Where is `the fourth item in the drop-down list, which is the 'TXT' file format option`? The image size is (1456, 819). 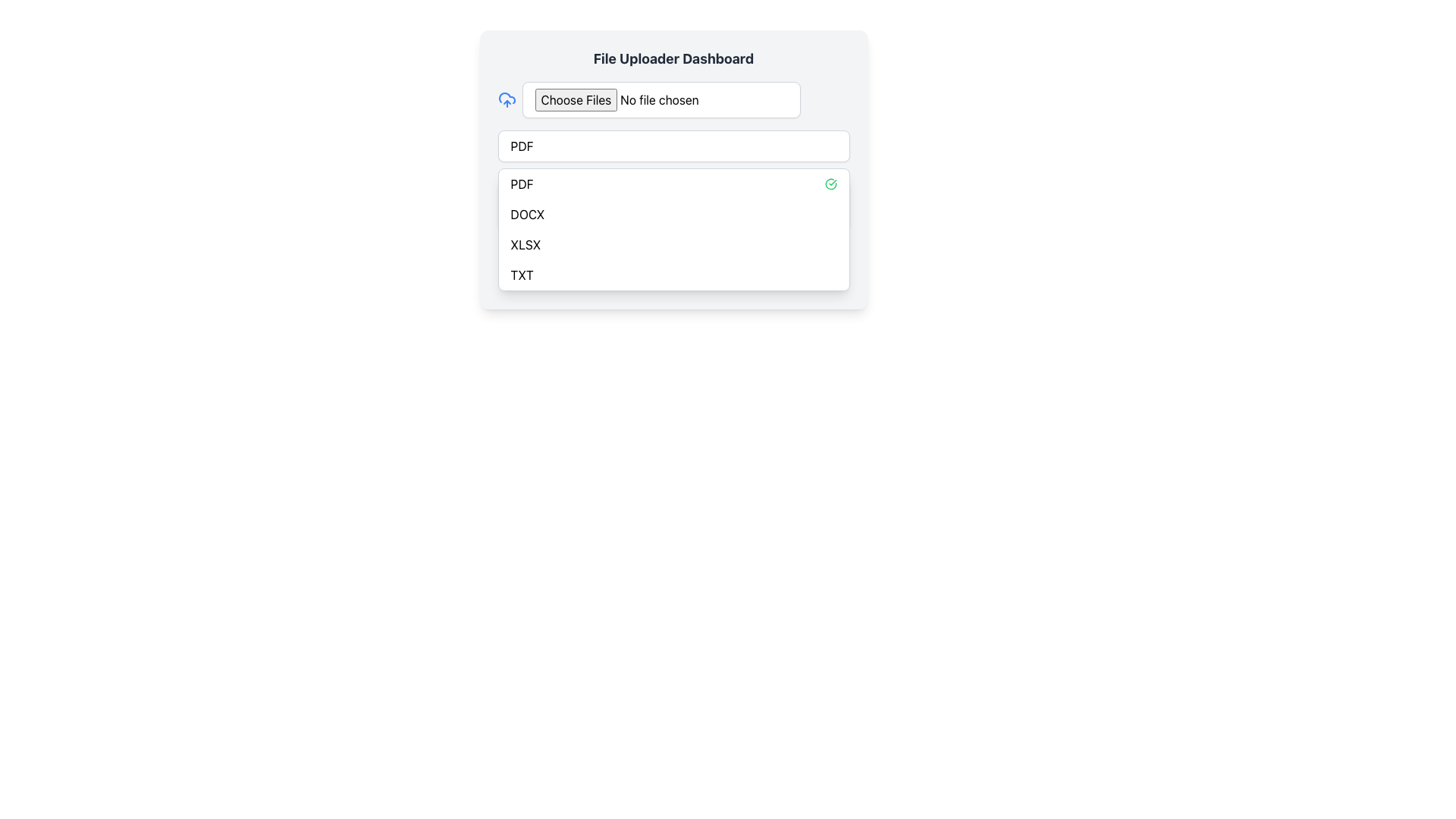
the fourth item in the drop-down list, which is the 'TXT' file format option is located at coordinates (522, 275).